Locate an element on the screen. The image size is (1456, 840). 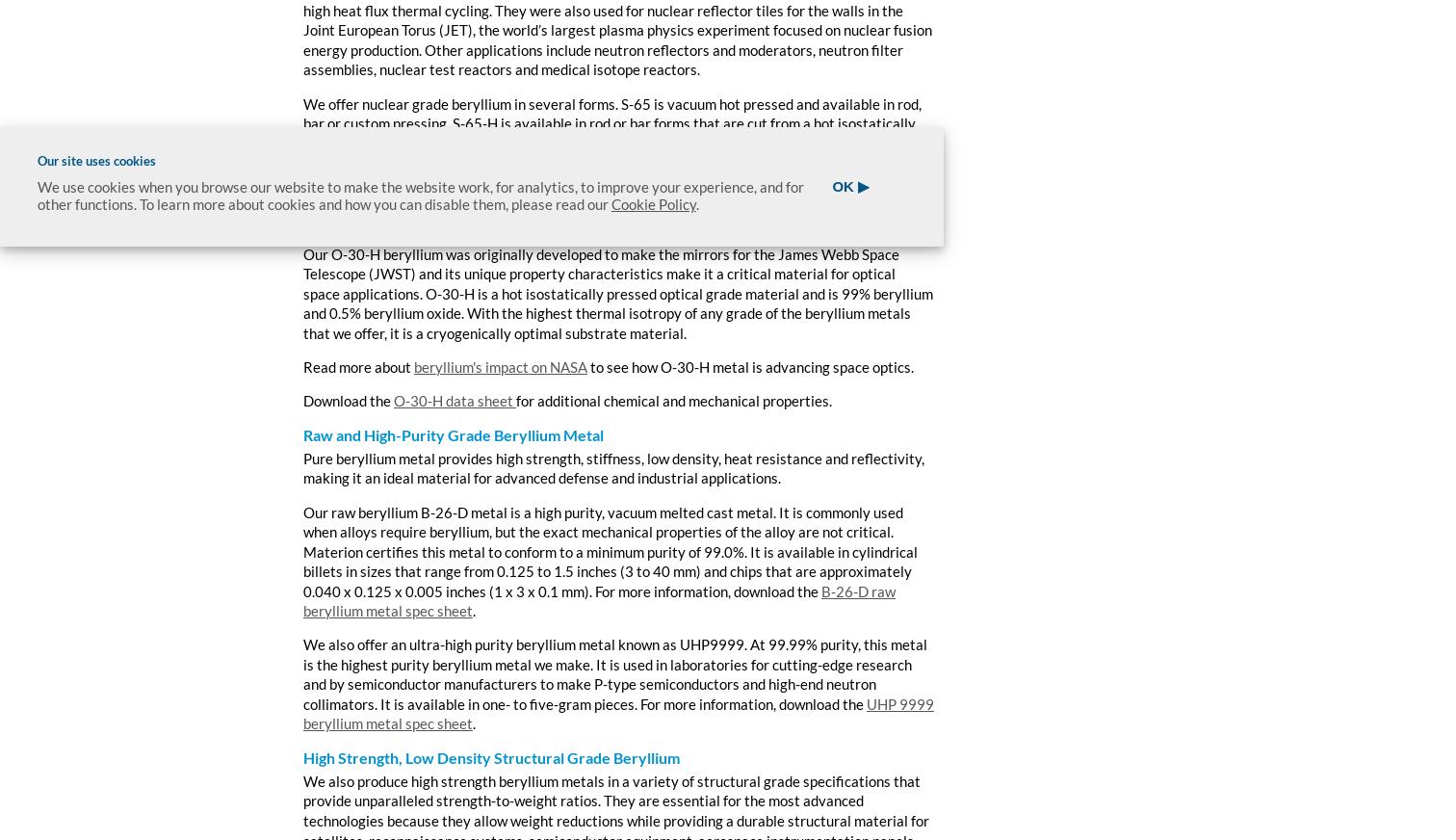
'For more details, download the' is located at coordinates (401, 197).